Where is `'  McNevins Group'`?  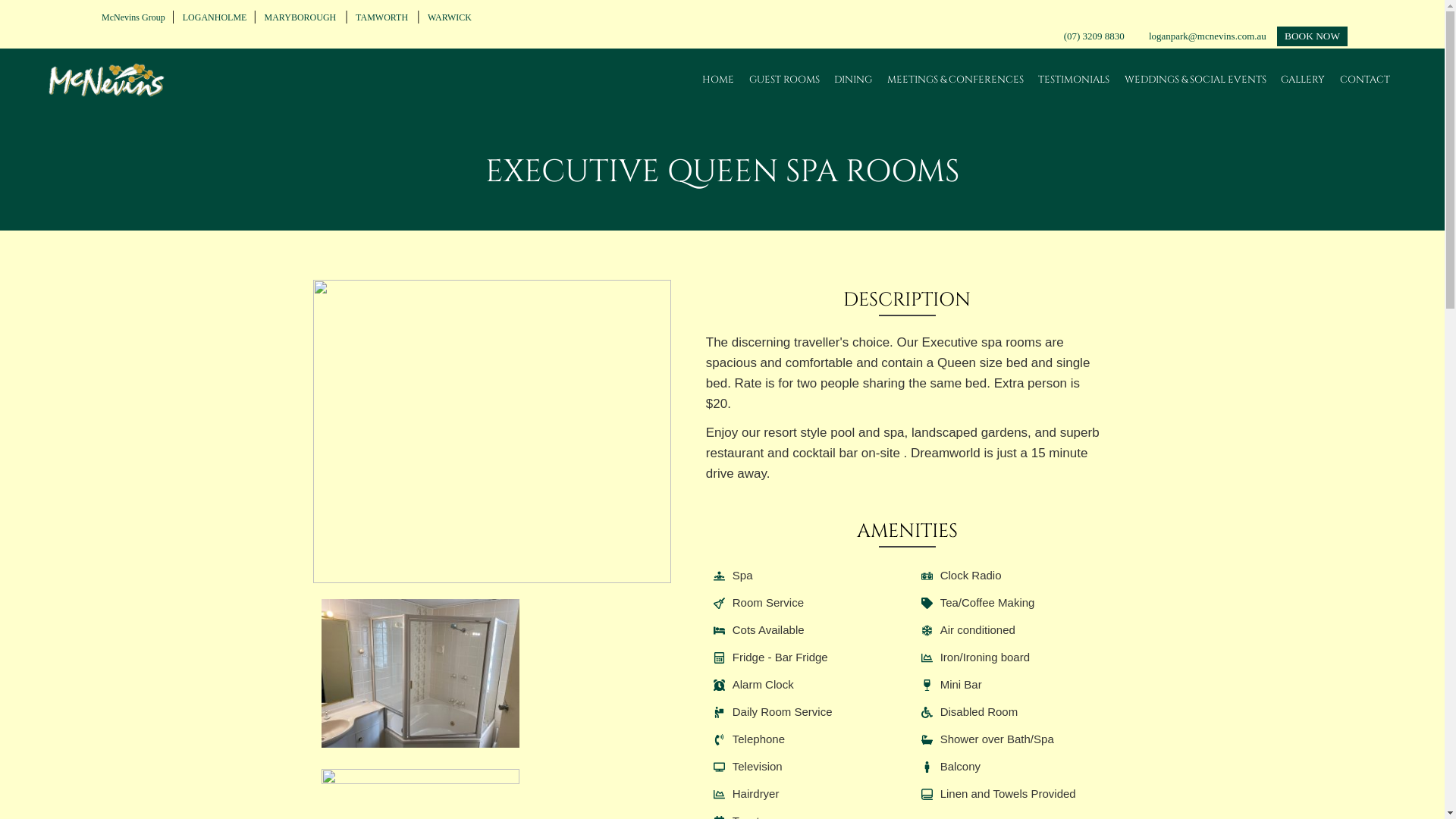 '  McNevins Group' is located at coordinates (130, 17).